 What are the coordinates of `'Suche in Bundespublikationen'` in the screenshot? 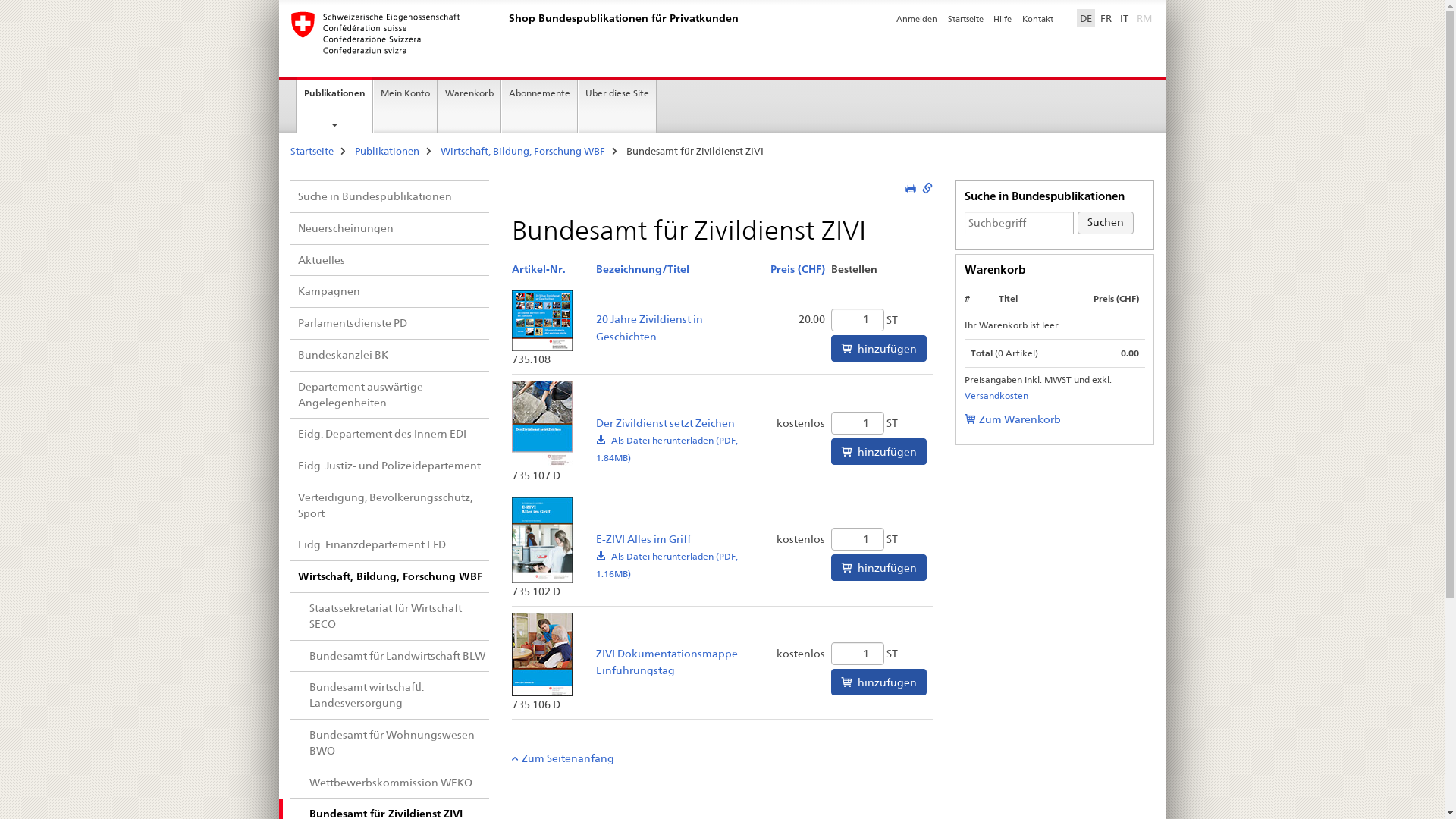 It's located at (290, 196).